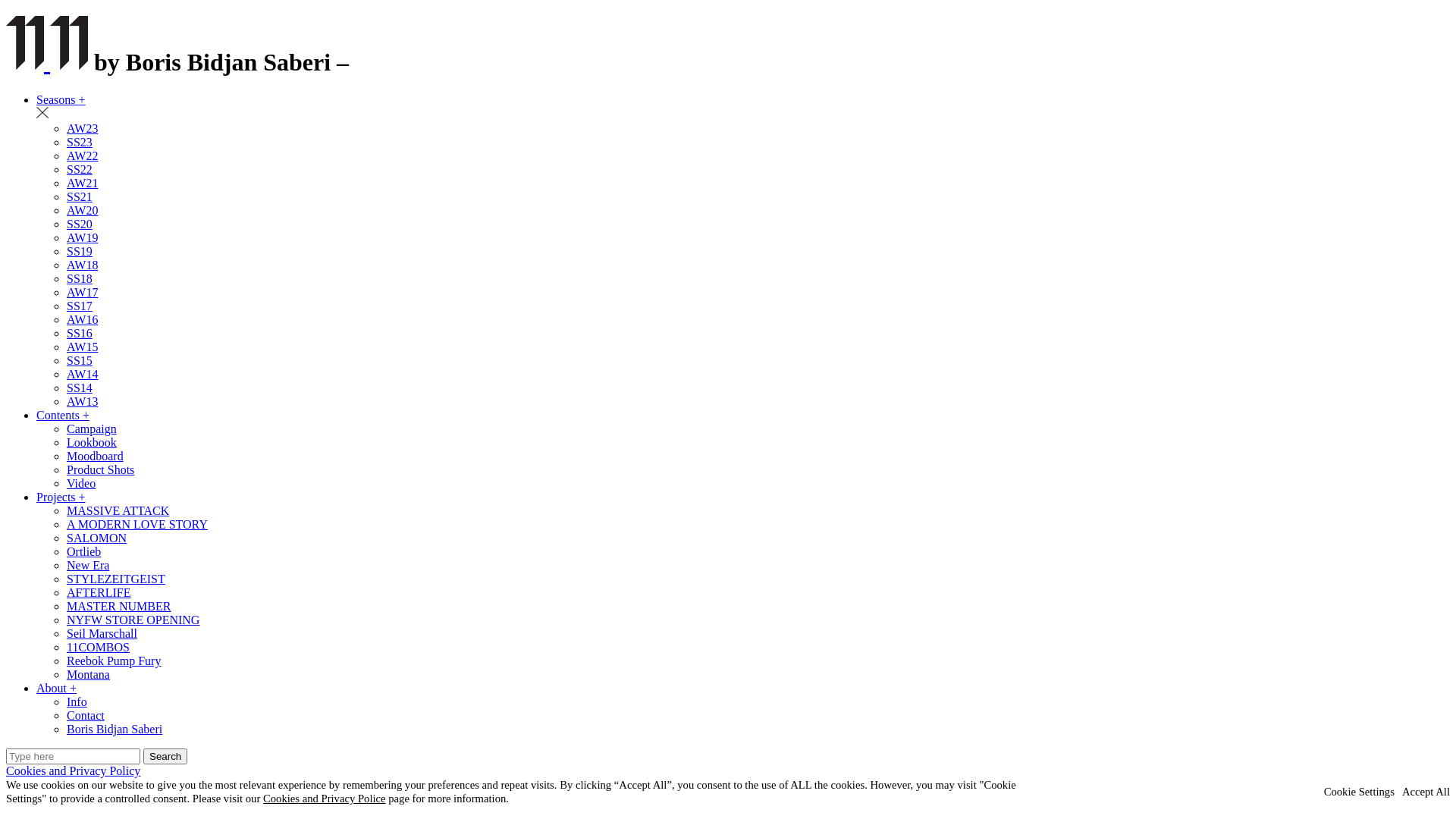 This screenshot has height=819, width=1456. Describe the element at coordinates (28, 61) in the screenshot. I see `'Back to Home'` at that location.